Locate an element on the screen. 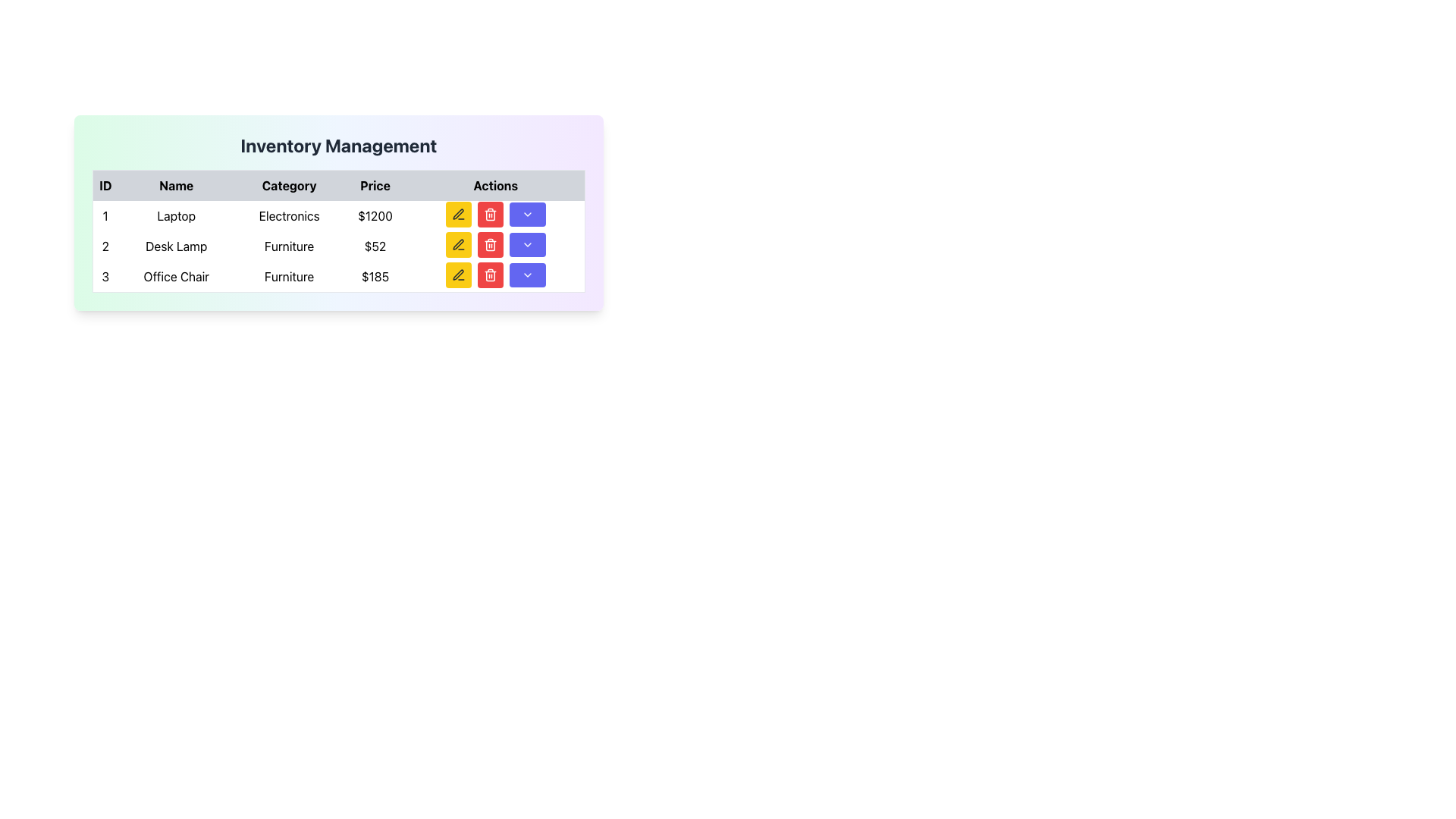 The image size is (1456, 819). the dropdown toggle button located in the last column of the second row in the 'Actions' section of the table is located at coordinates (527, 244).